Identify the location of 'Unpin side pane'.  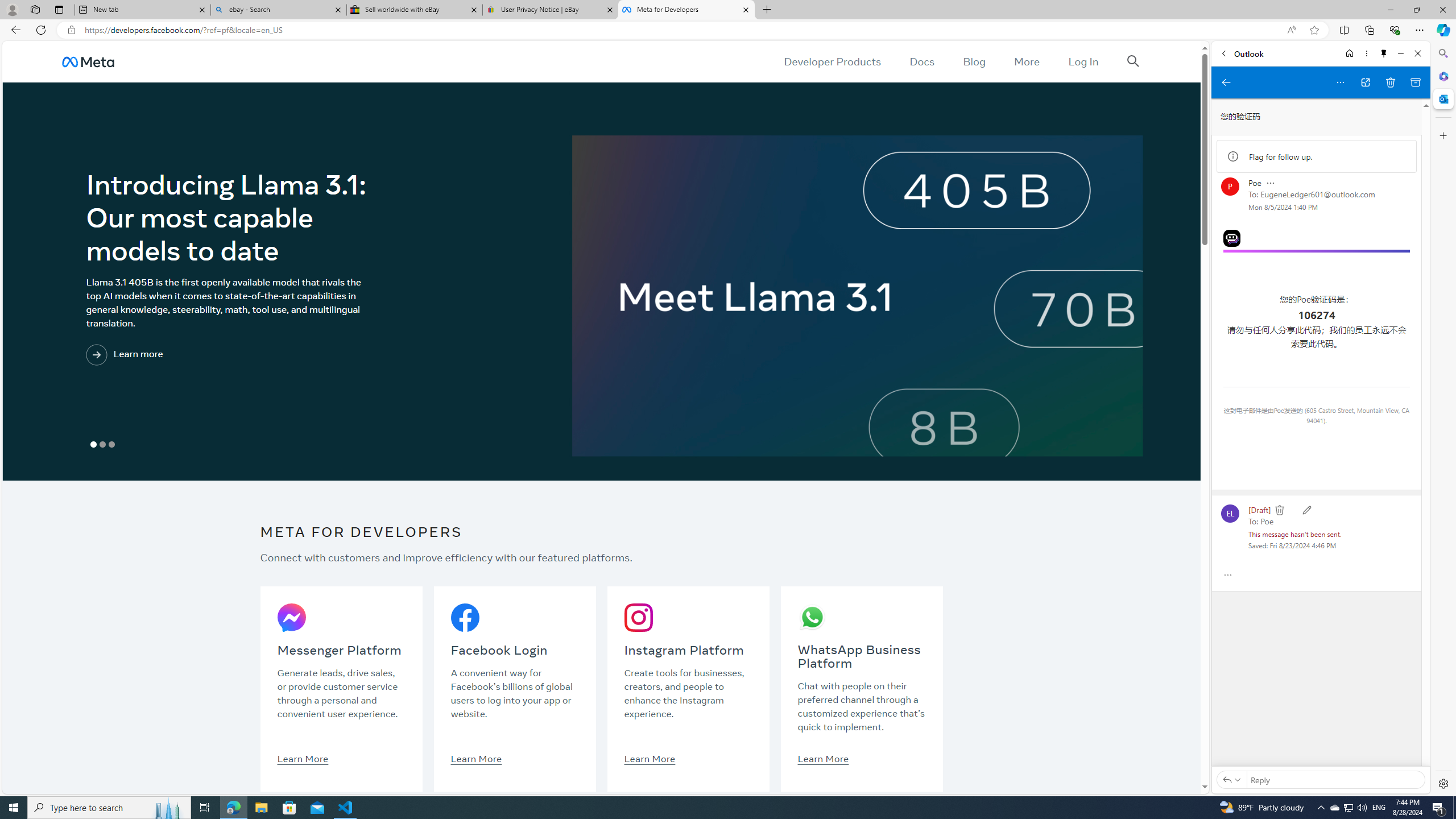
(1384, 53).